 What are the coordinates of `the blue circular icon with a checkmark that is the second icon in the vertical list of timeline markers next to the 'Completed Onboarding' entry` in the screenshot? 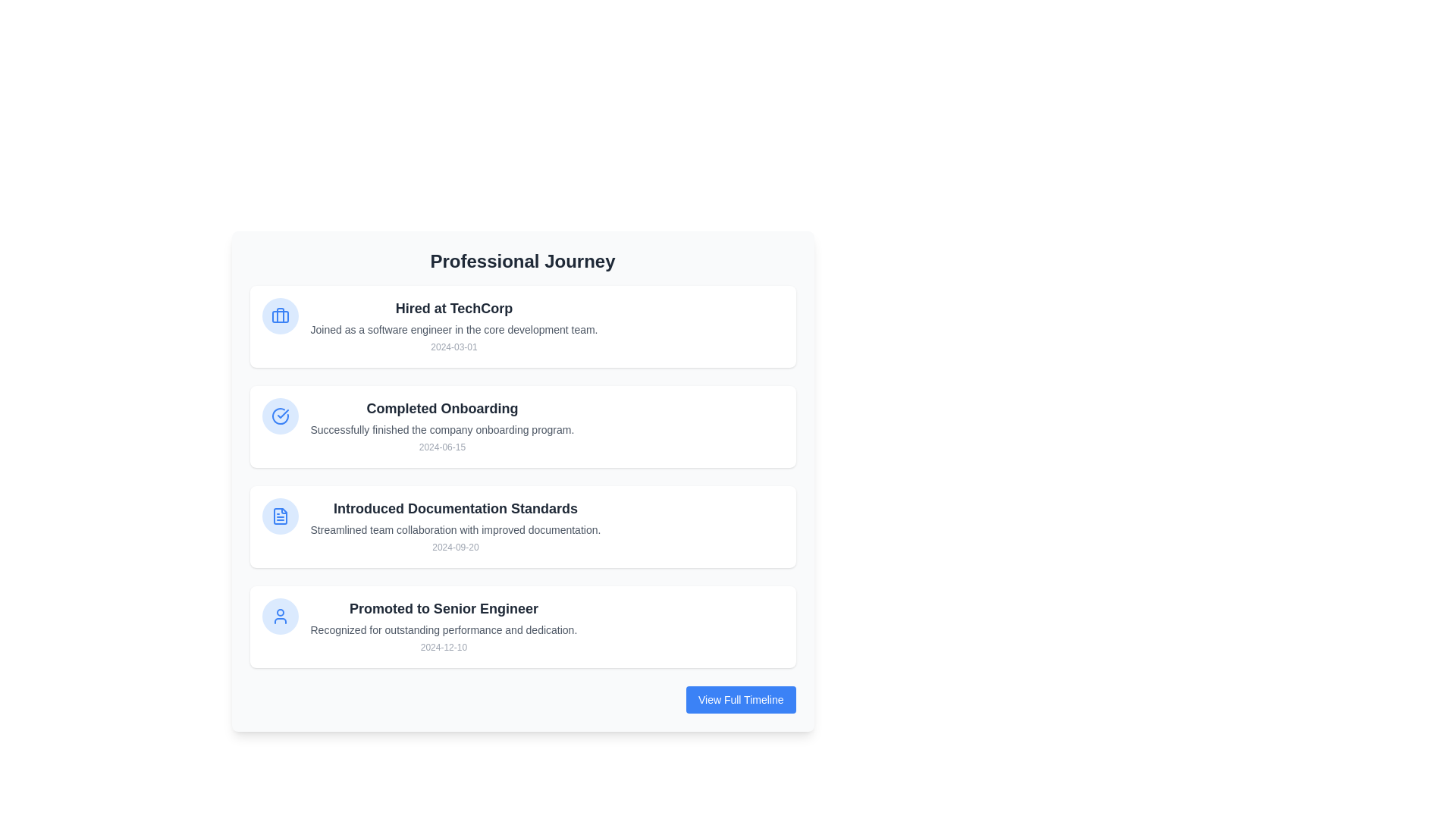 It's located at (280, 416).